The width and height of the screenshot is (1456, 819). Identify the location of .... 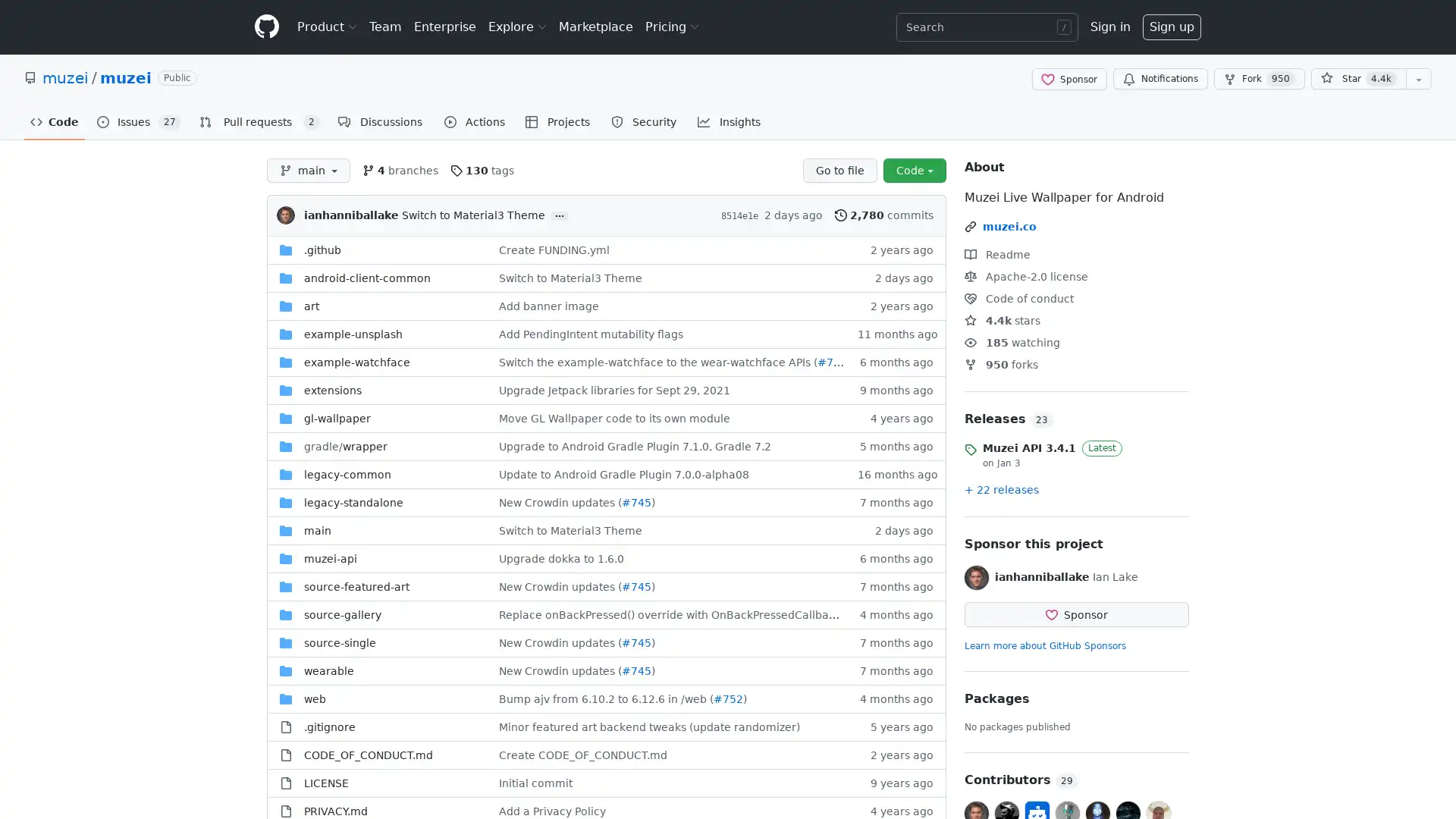
(559, 215).